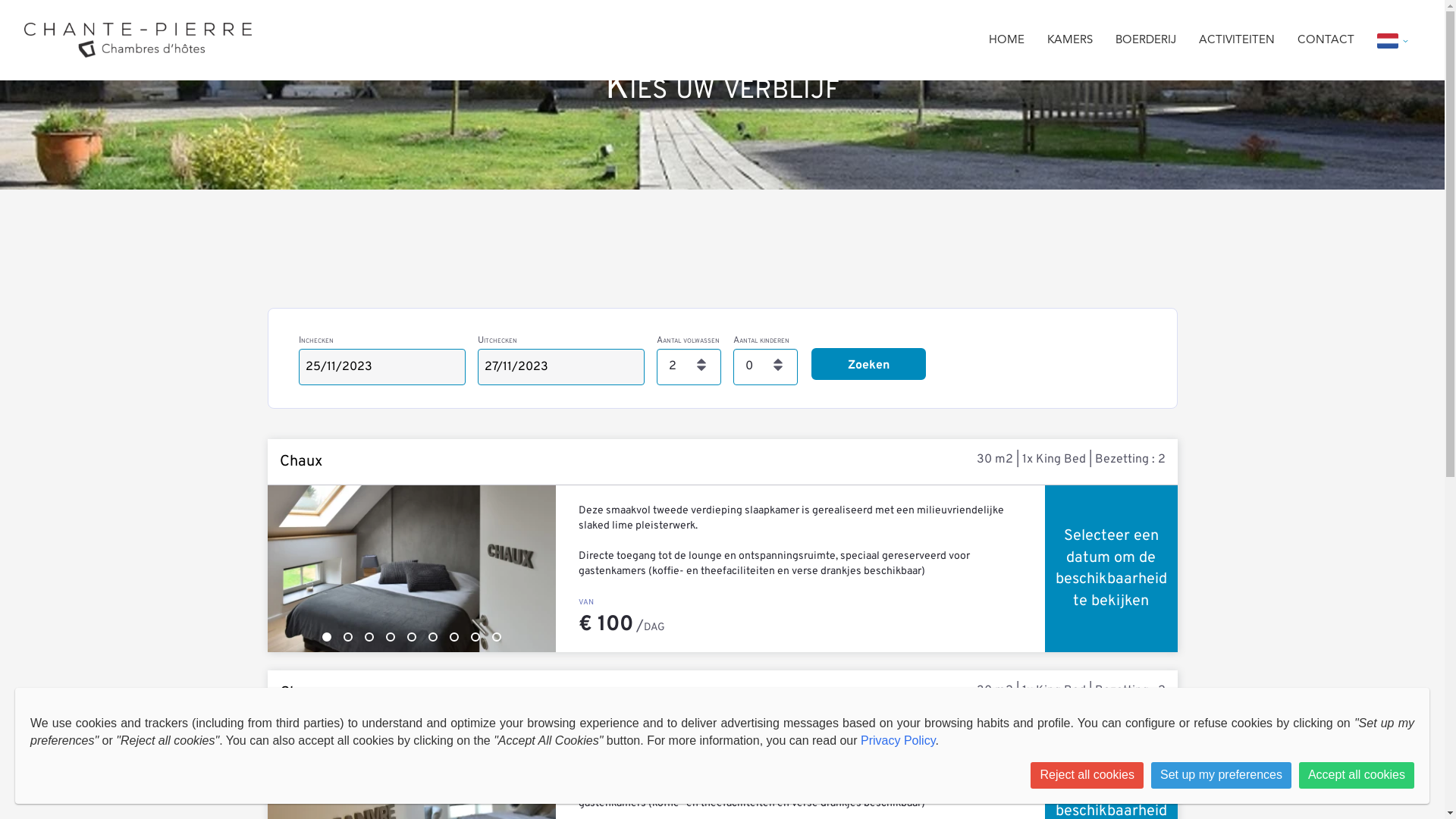 Image resolution: width=1456 pixels, height=819 pixels. What do you see at coordinates (898, 739) in the screenshot?
I see `'Privacy Policy'` at bounding box center [898, 739].